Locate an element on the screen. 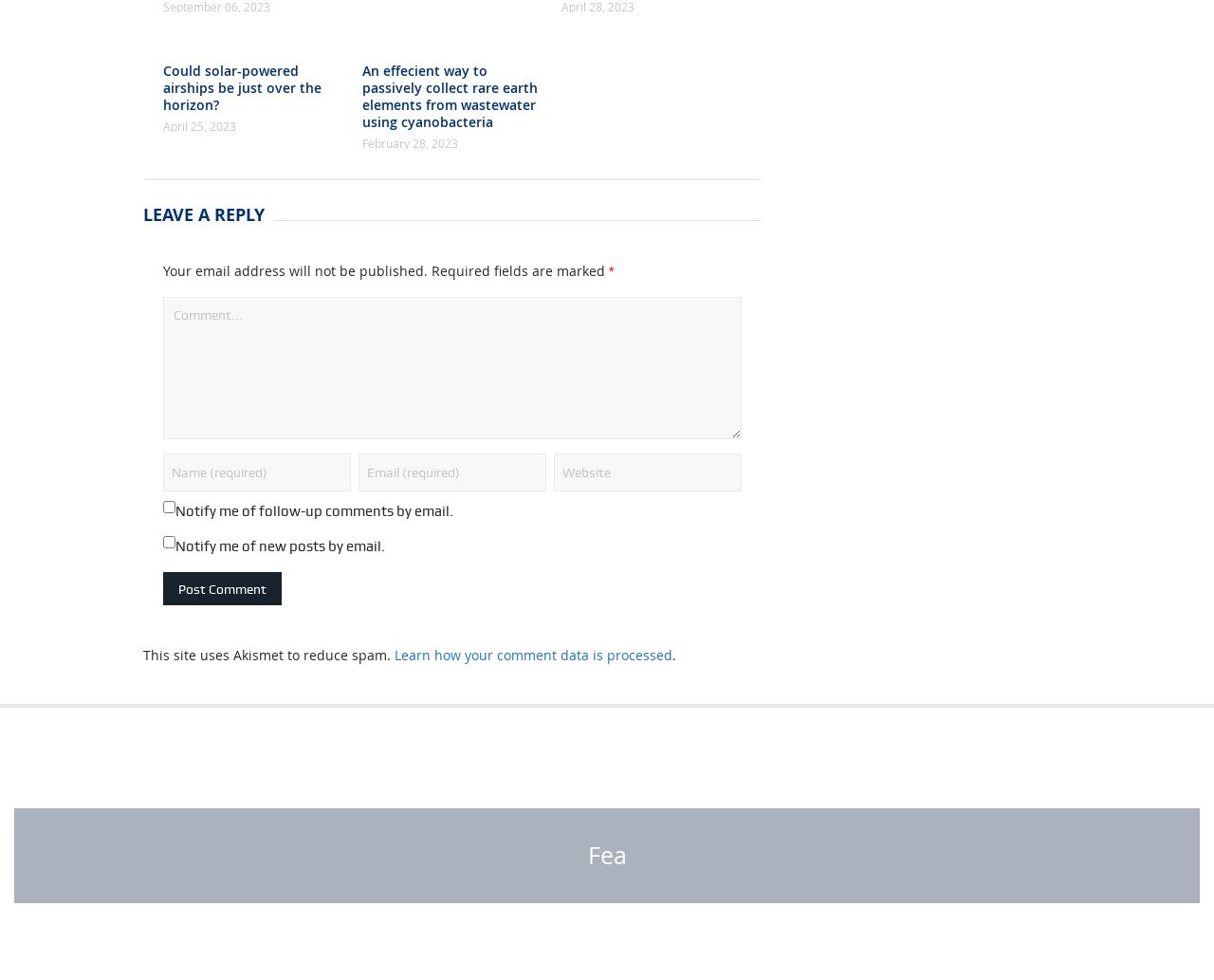  'This site uses Akismet to reduce spam.' is located at coordinates (267, 703).